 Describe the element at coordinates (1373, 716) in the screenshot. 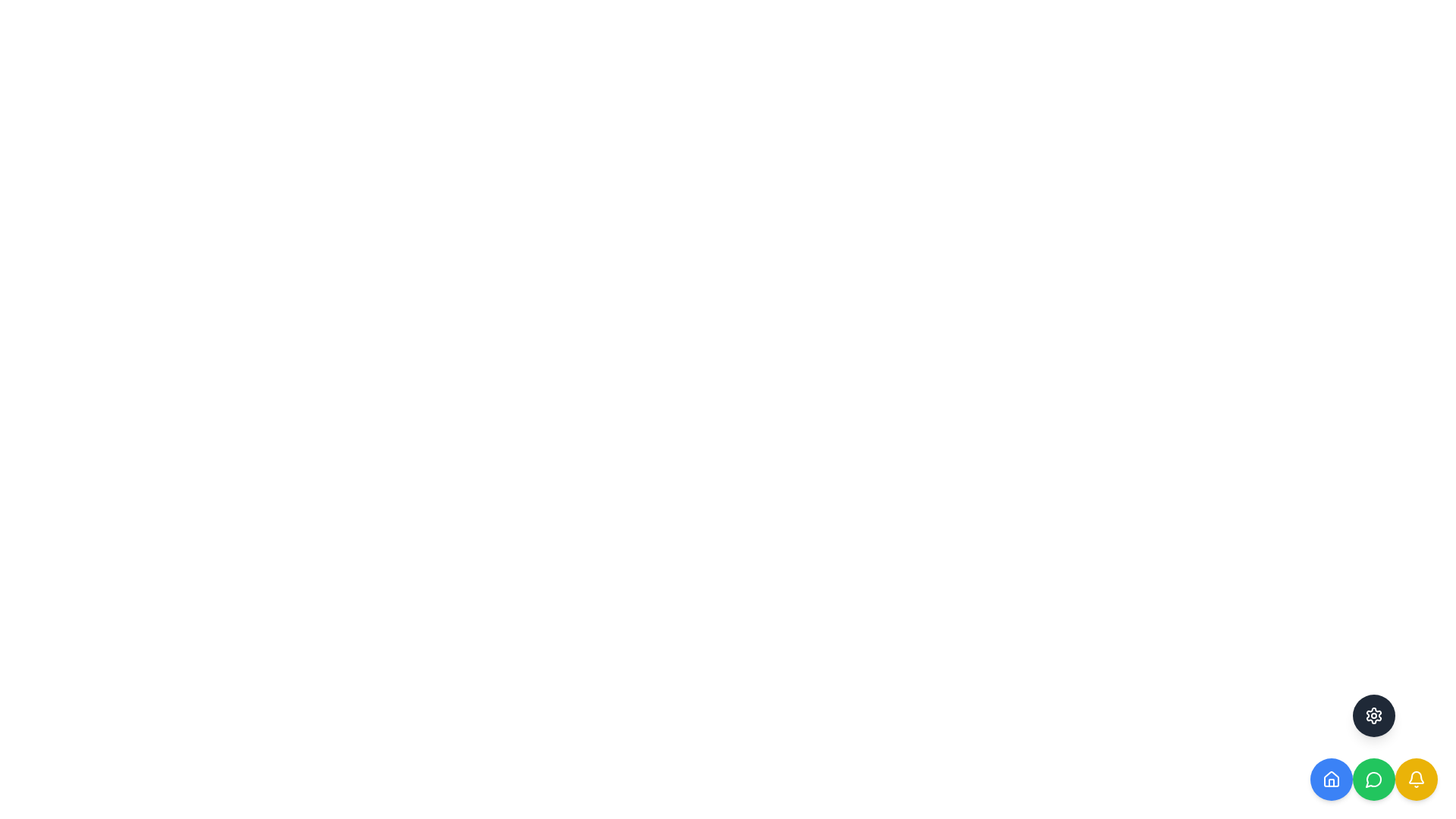

I see `the settings button located in the lower-right corner of the interface, which features a gear icon` at that location.